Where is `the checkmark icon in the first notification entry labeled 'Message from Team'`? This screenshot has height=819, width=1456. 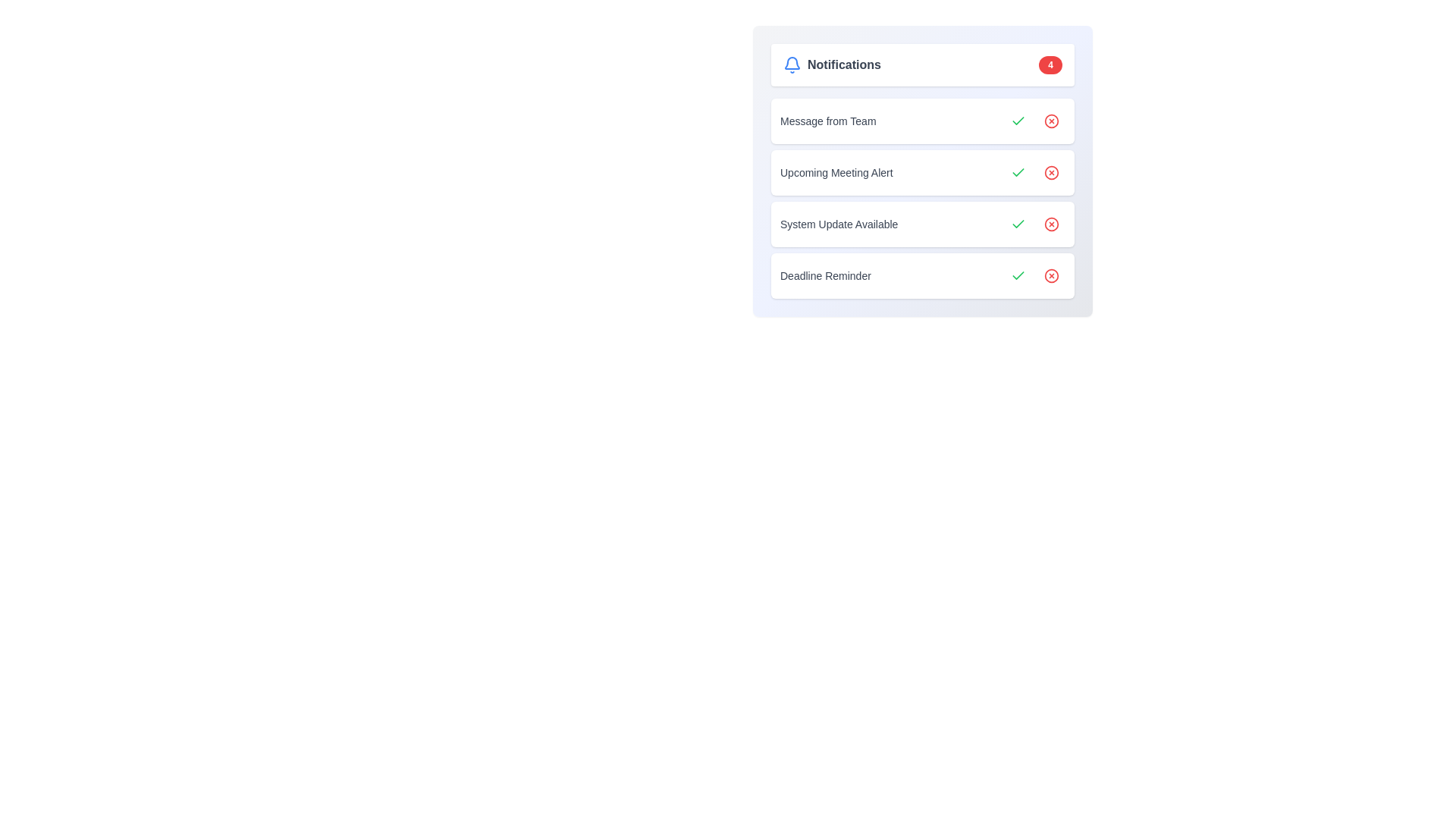
the checkmark icon in the first notification entry labeled 'Message from Team' is located at coordinates (1018, 120).